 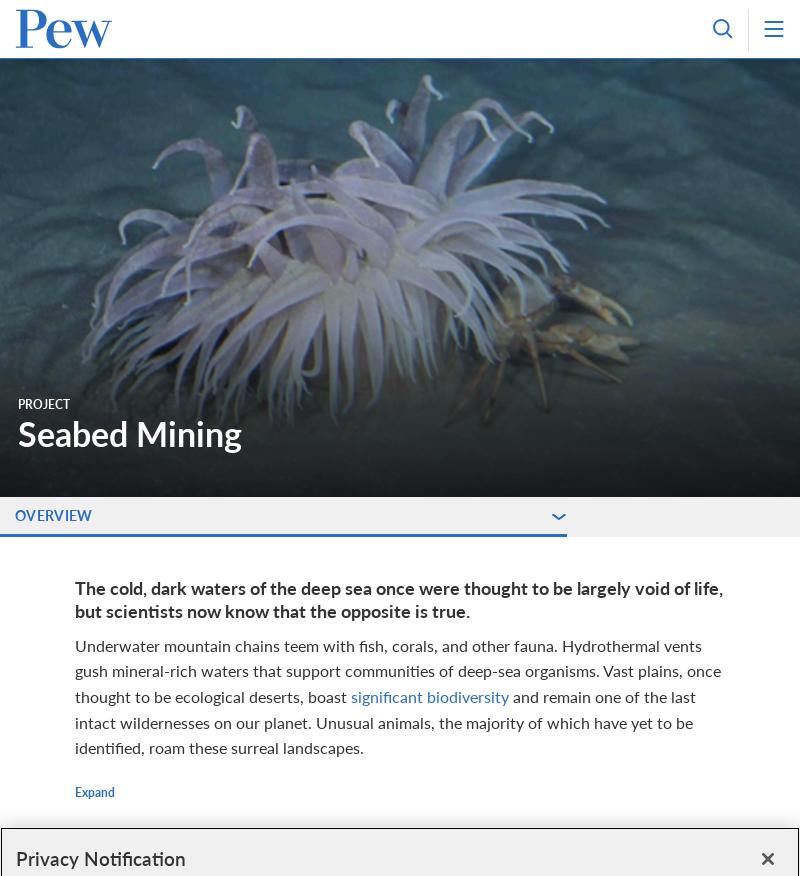 What do you see at coordinates (129, 433) in the screenshot?
I see `'Seabed Mining'` at bounding box center [129, 433].